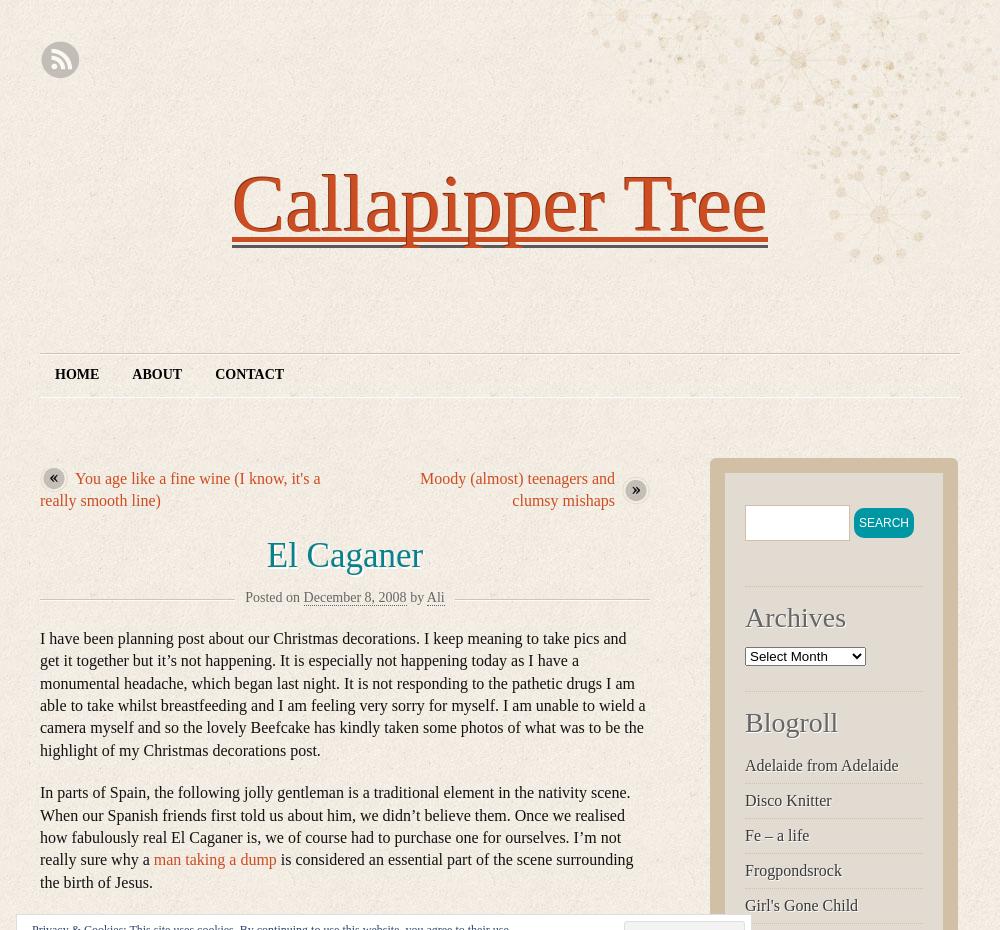 The height and width of the screenshot is (930, 1000). Describe the element at coordinates (180, 488) in the screenshot. I see `'You age like a fine wine (I know, it's a really smooth line)'` at that location.